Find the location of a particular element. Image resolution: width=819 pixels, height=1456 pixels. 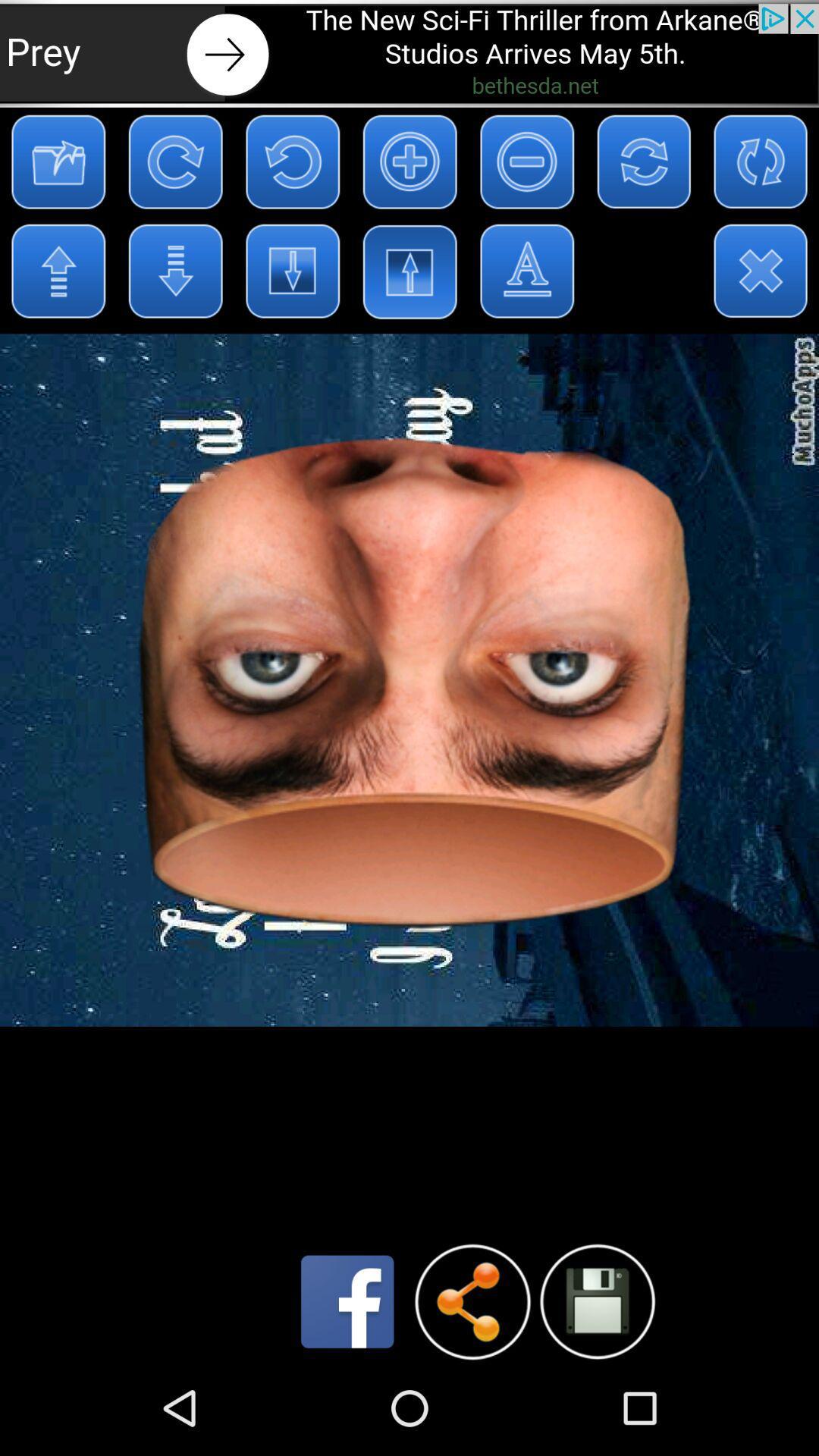

facebook widget is located at coordinates (347, 1301).